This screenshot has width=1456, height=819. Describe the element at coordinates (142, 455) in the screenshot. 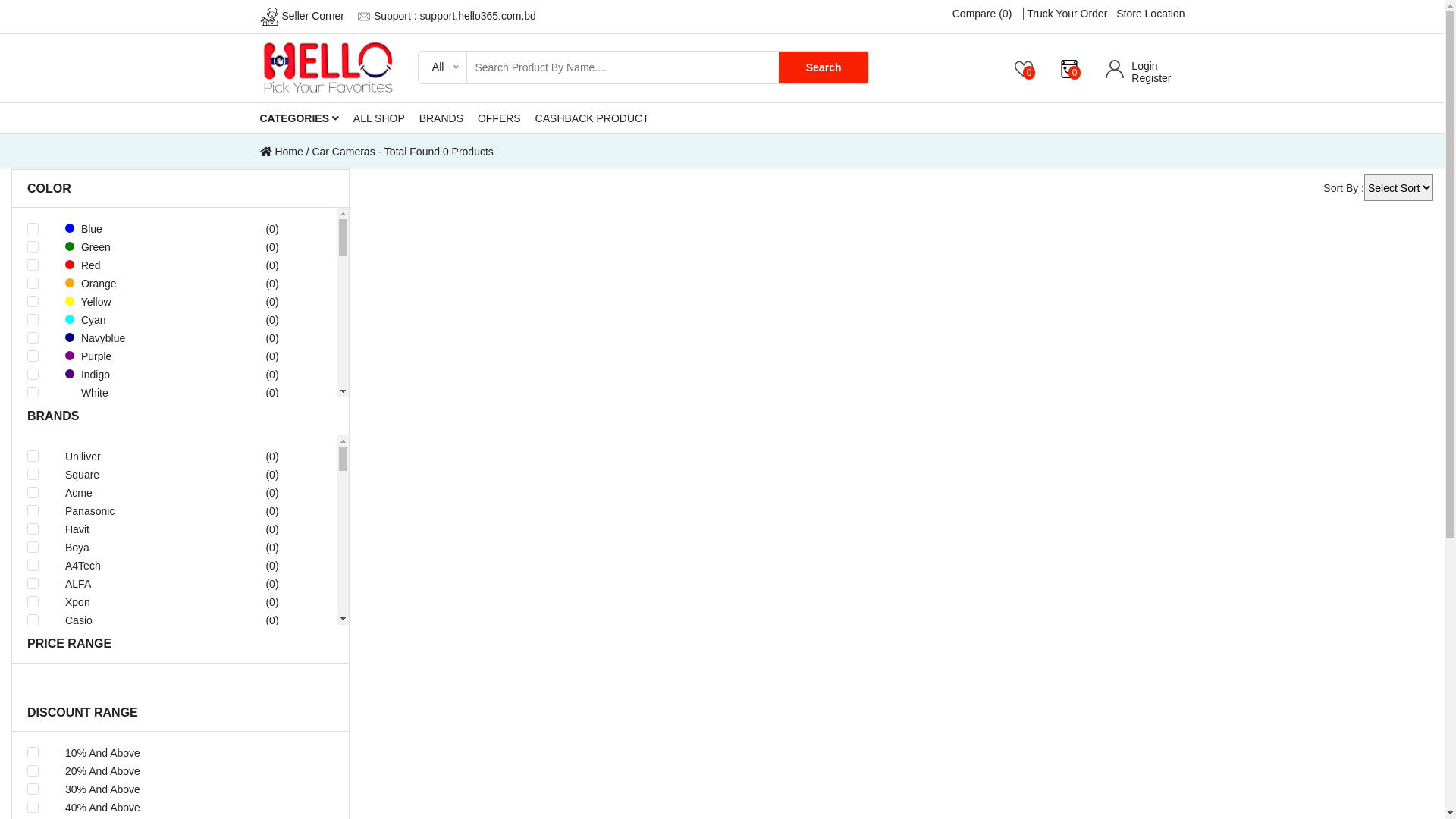

I see `'Uniliver'` at that location.